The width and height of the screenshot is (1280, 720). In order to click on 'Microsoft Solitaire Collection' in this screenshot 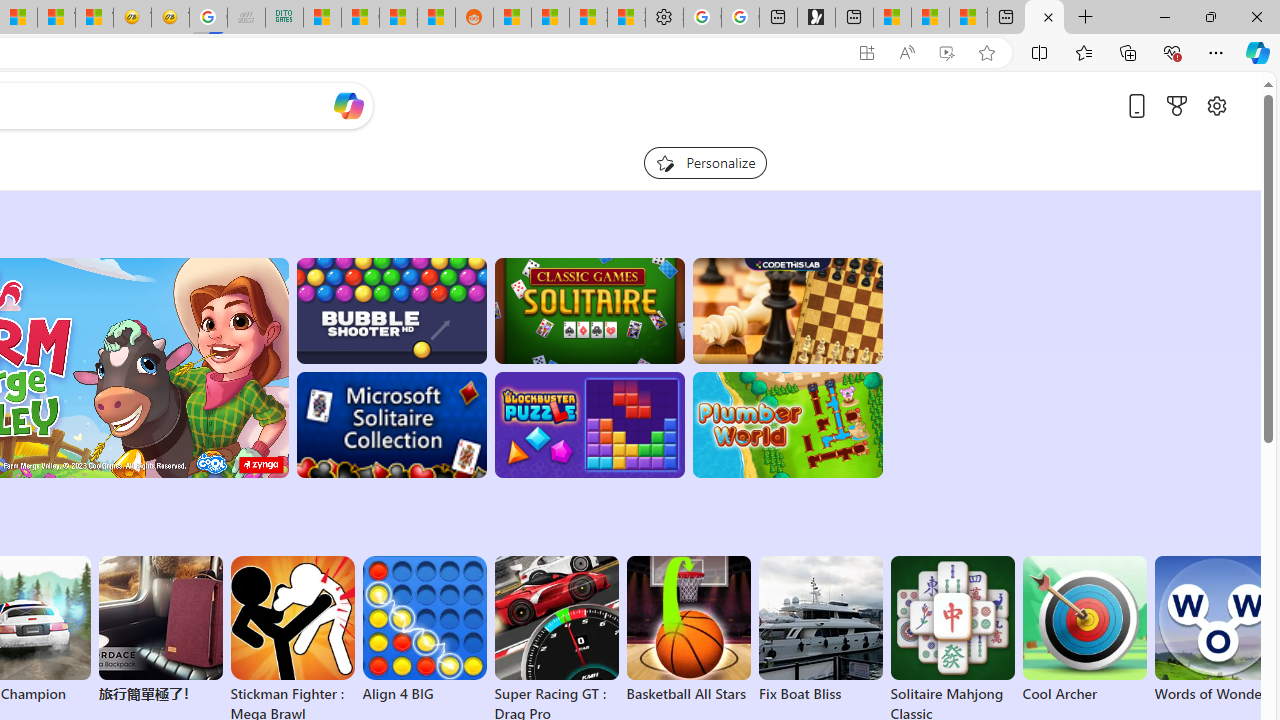, I will do `click(391, 424)`.